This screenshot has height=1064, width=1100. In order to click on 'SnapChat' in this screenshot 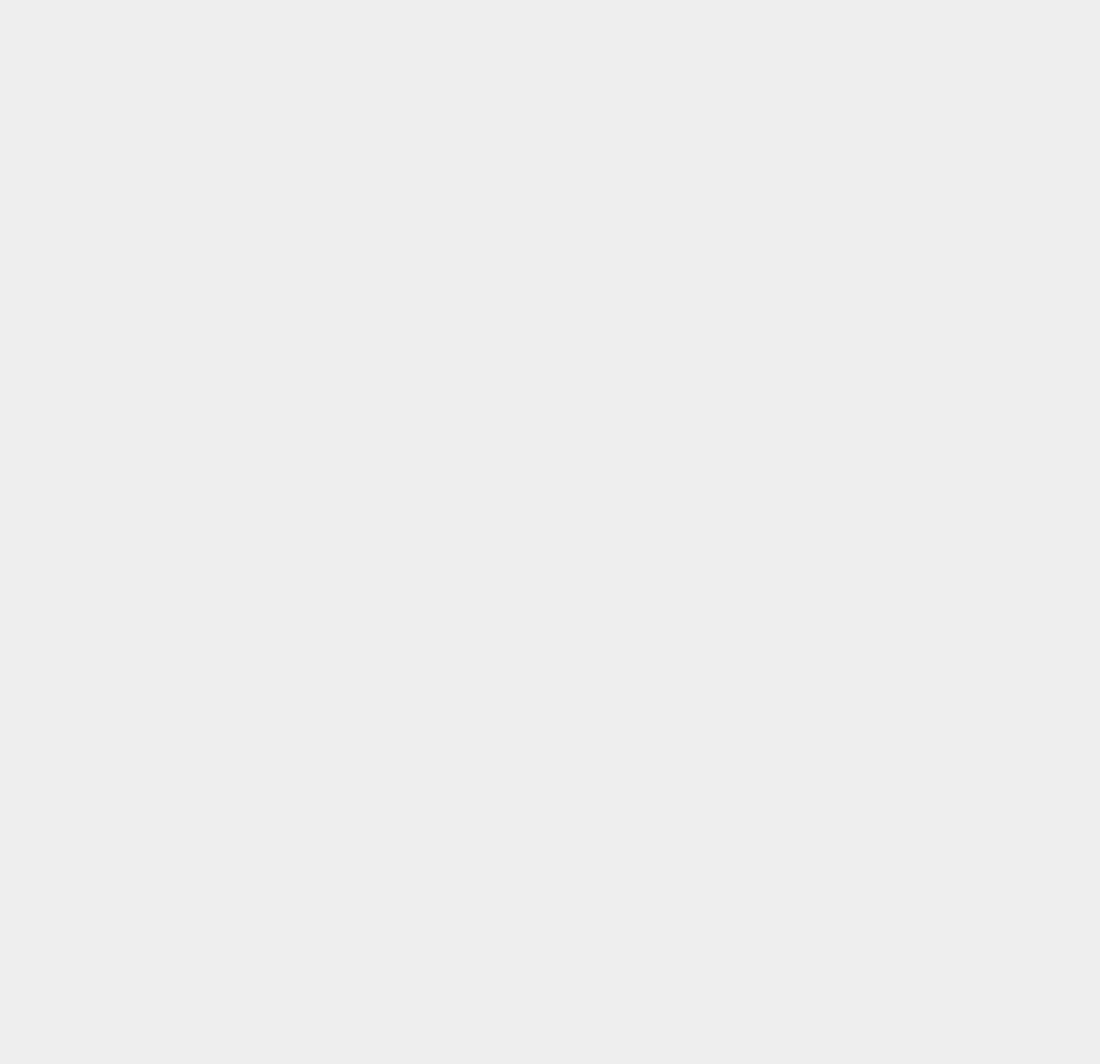, I will do `click(778, 137)`.